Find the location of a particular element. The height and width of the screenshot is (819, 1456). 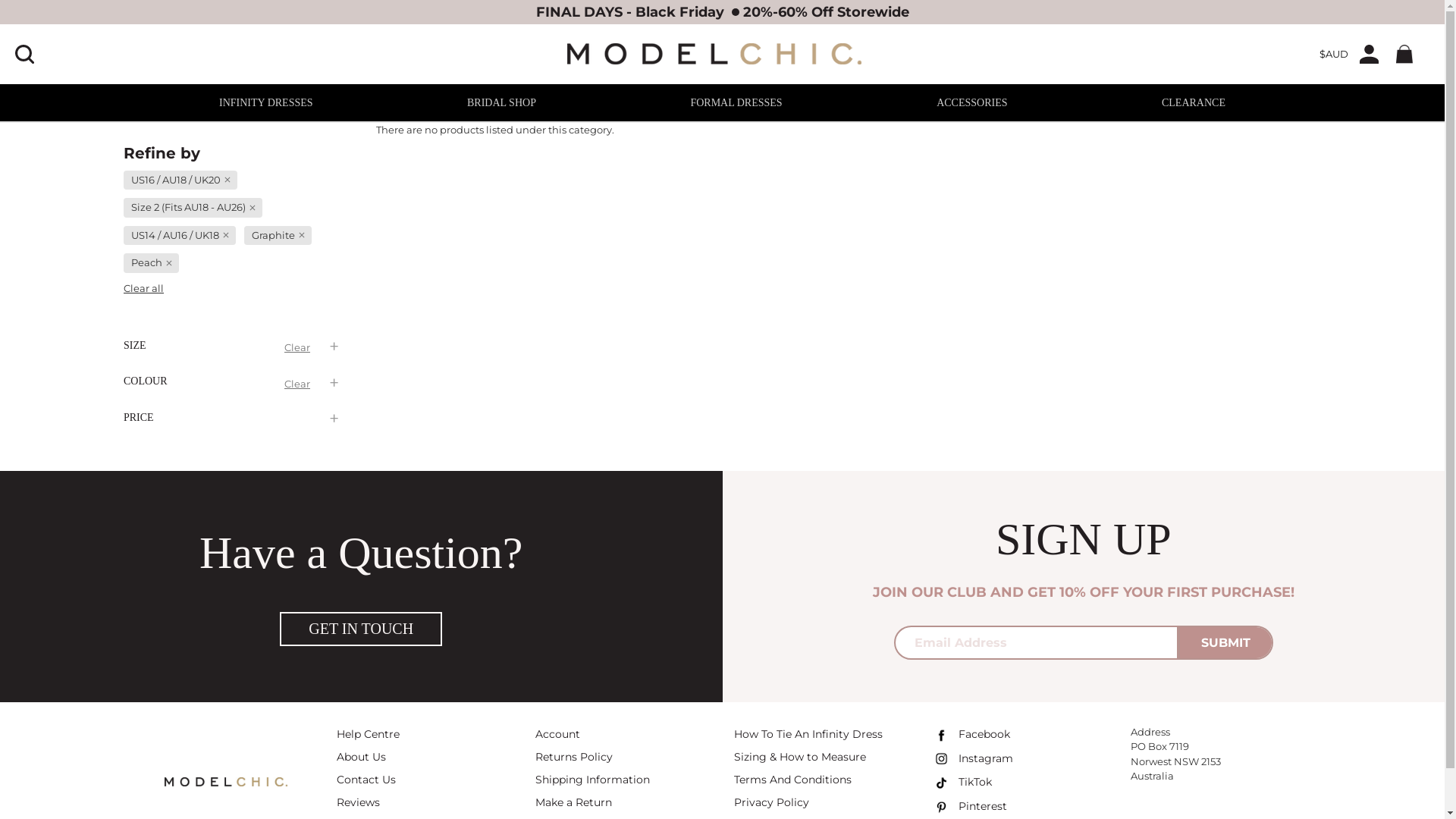

'$AUD' is located at coordinates (1332, 54).